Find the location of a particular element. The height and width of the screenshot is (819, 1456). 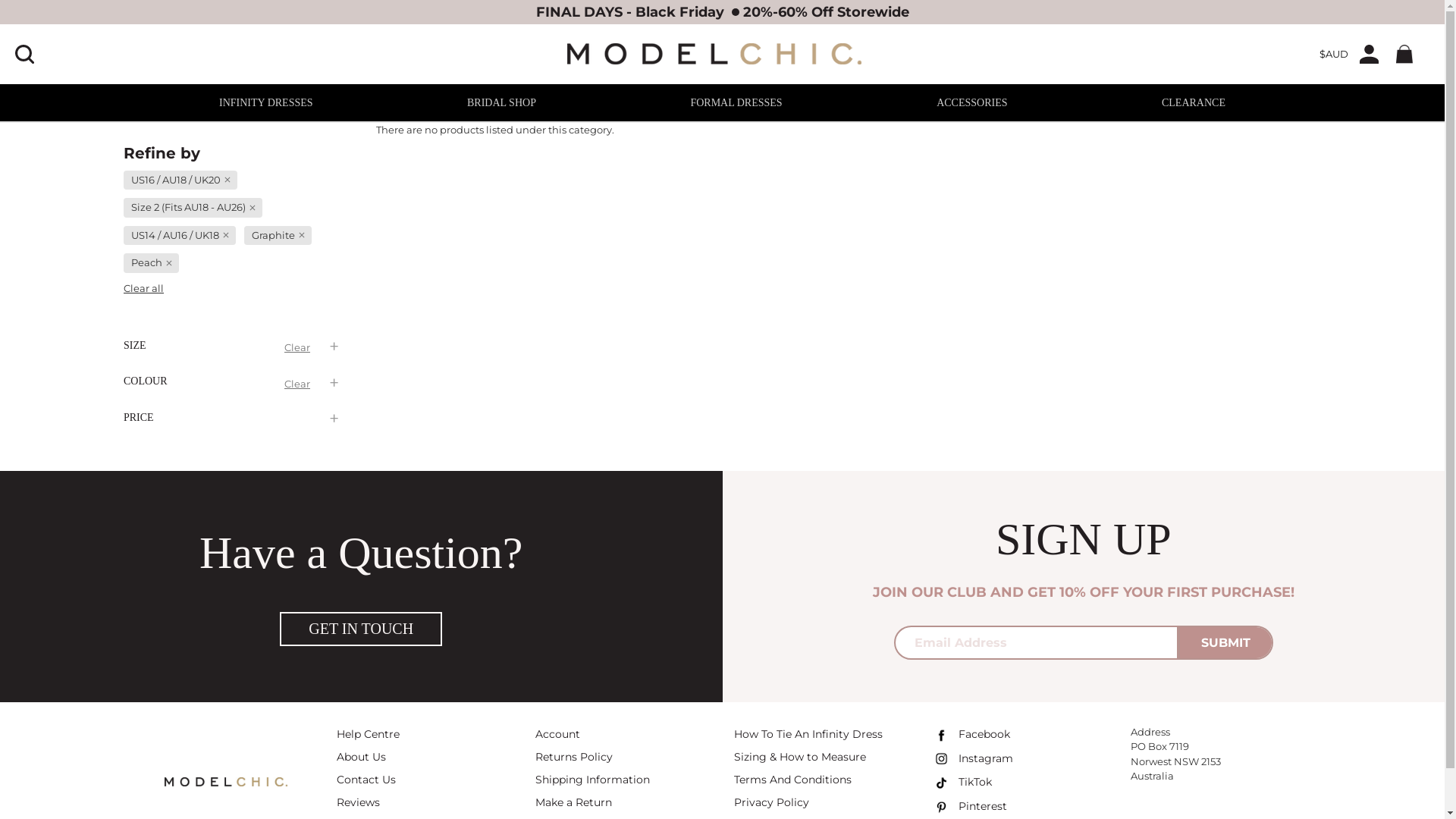

'$AUD' is located at coordinates (1332, 54).